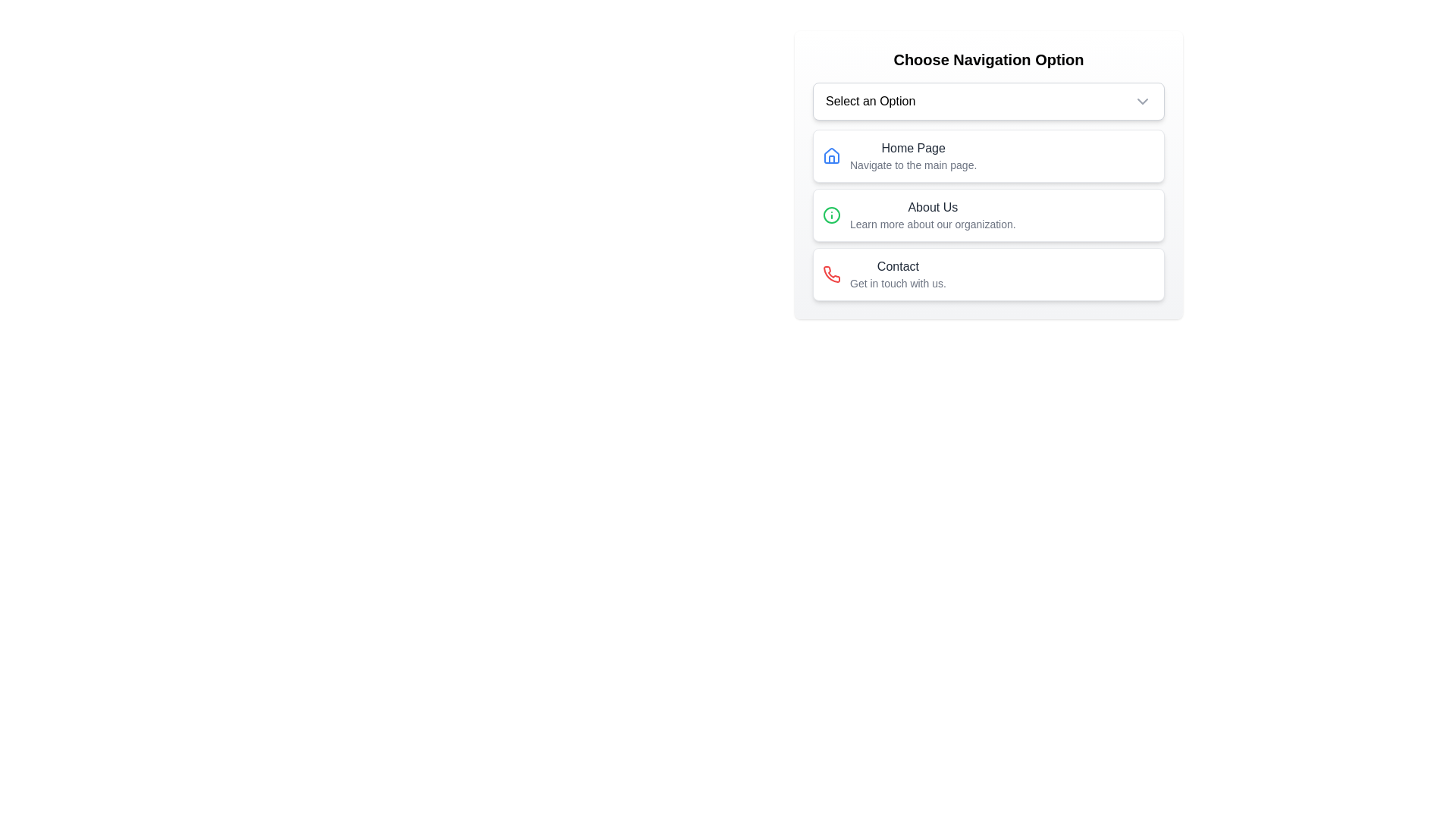 This screenshot has height=819, width=1456. What do you see at coordinates (912, 149) in the screenshot?
I see `the Label indicating the main navigation target under the 'Choose Navigation Option' section, positioned above the text 'Navigate to the main page'` at bounding box center [912, 149].